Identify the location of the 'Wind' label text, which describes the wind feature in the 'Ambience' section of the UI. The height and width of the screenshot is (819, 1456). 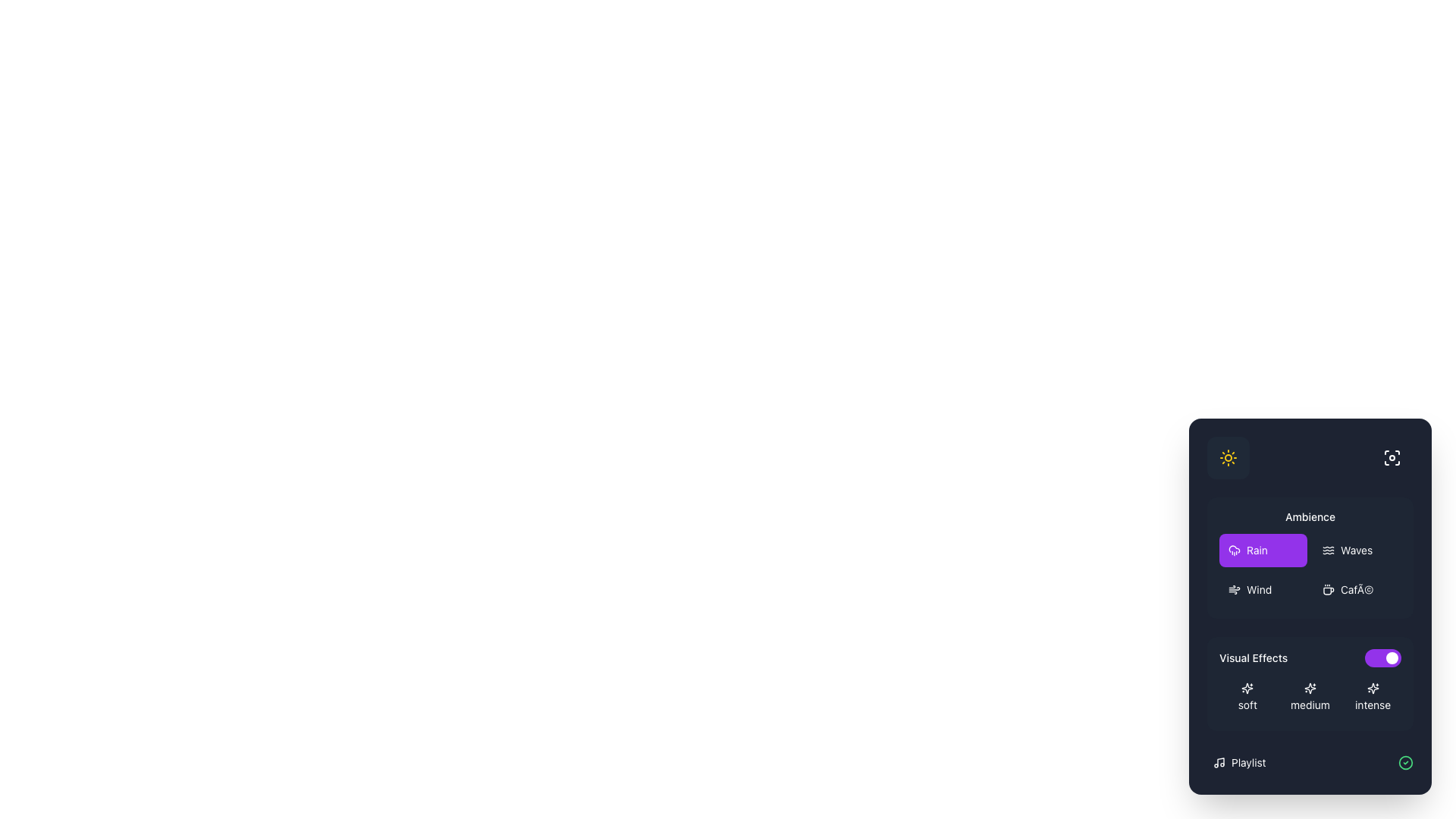
(1259, 589).